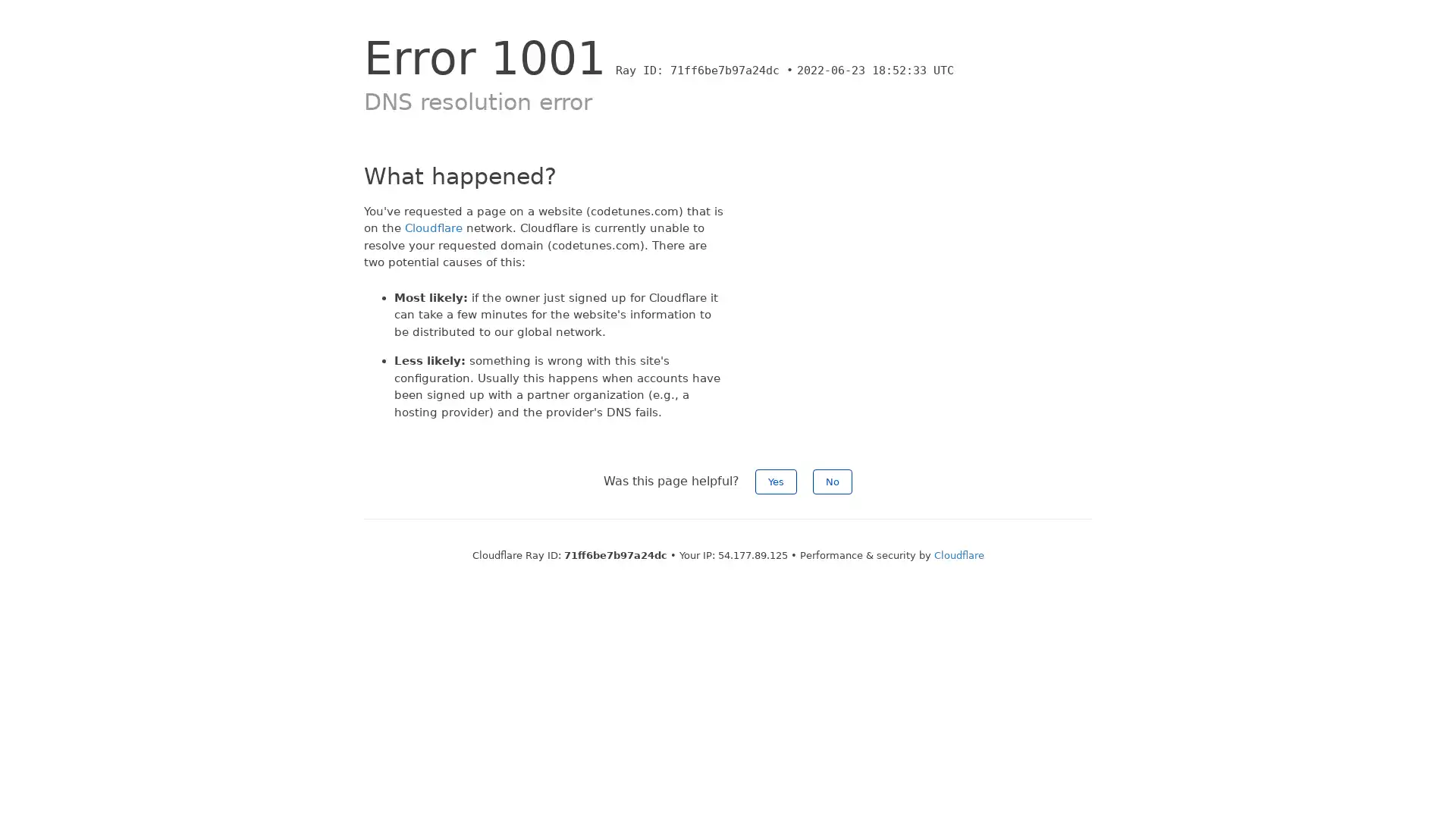 This screenshot has height=819, width=1456. What do you see at coordinates (832, 482) in the screenshot?
I see `No` at bounding box center [832, 482].